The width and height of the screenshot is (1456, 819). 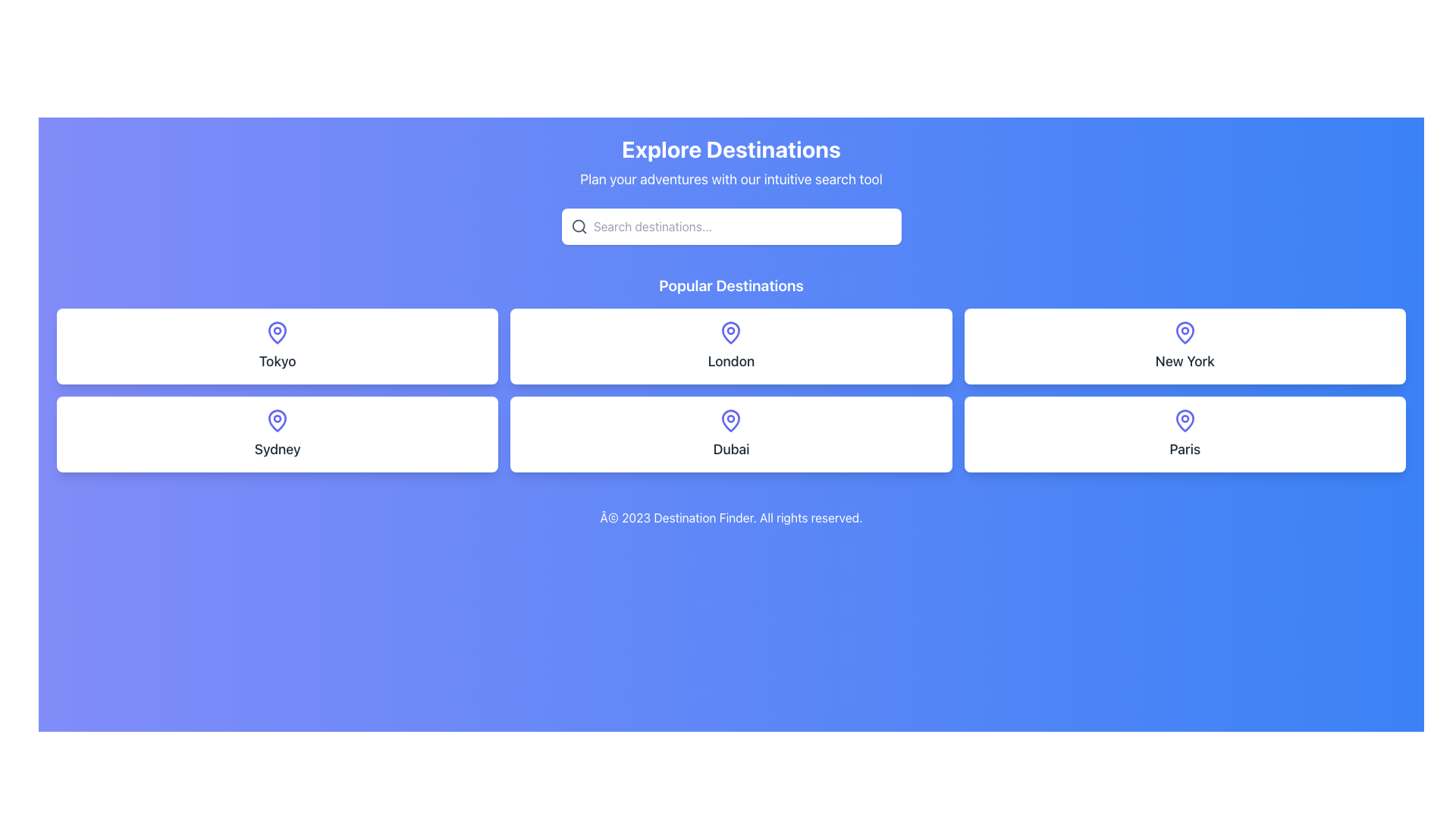 What do you see at coordinates (731, 435) in the screenshot?
I see `the informational card labeled 'Dubai', which is the central card in the second row of a grid layout` at bounding box center [731, 435].